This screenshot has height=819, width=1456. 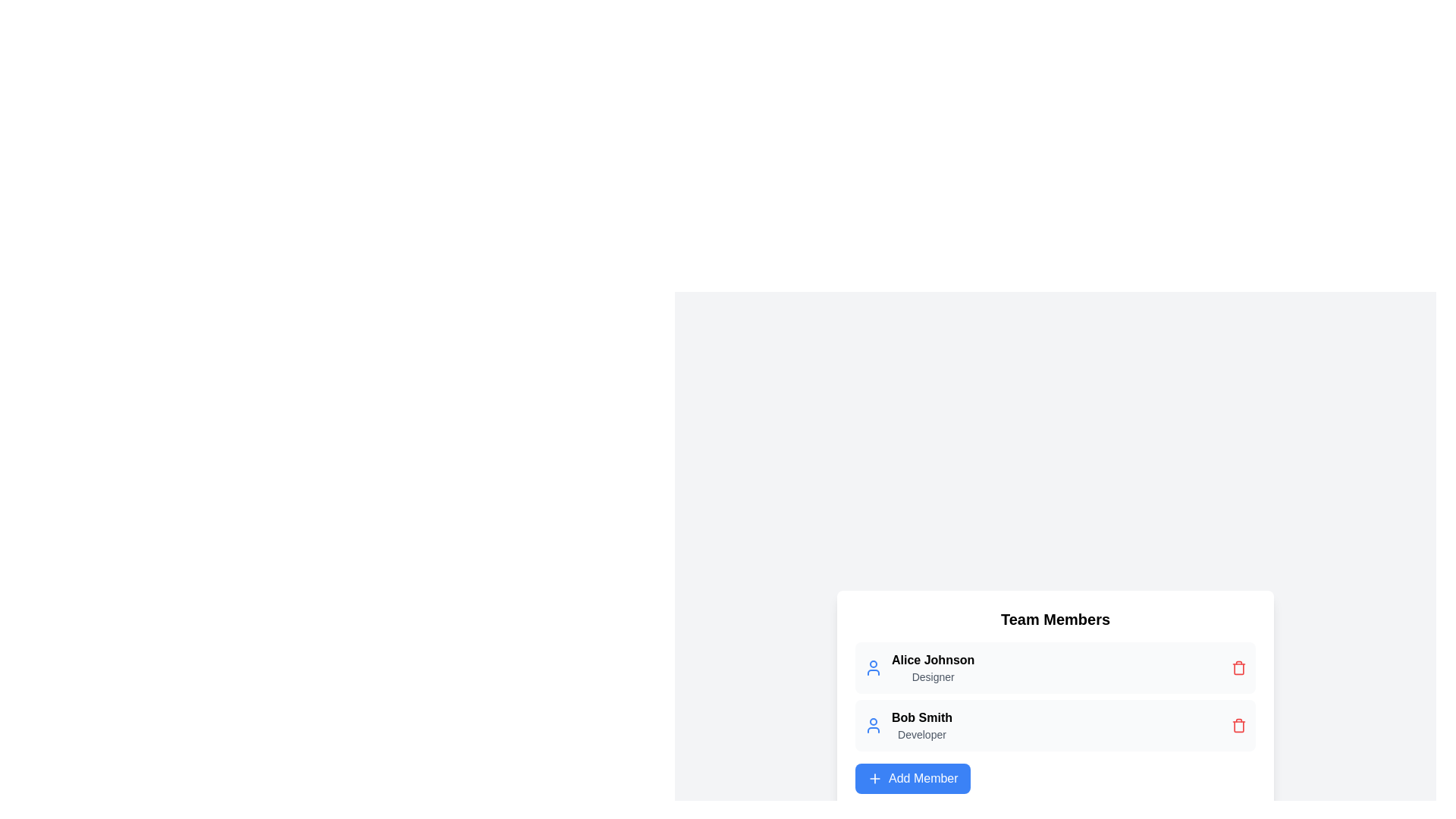 I want to click on the Text label representing the name of the individual in the second entry of the 'Team Members' section, located above the 'Developer' text, so click(x=921, y=717).